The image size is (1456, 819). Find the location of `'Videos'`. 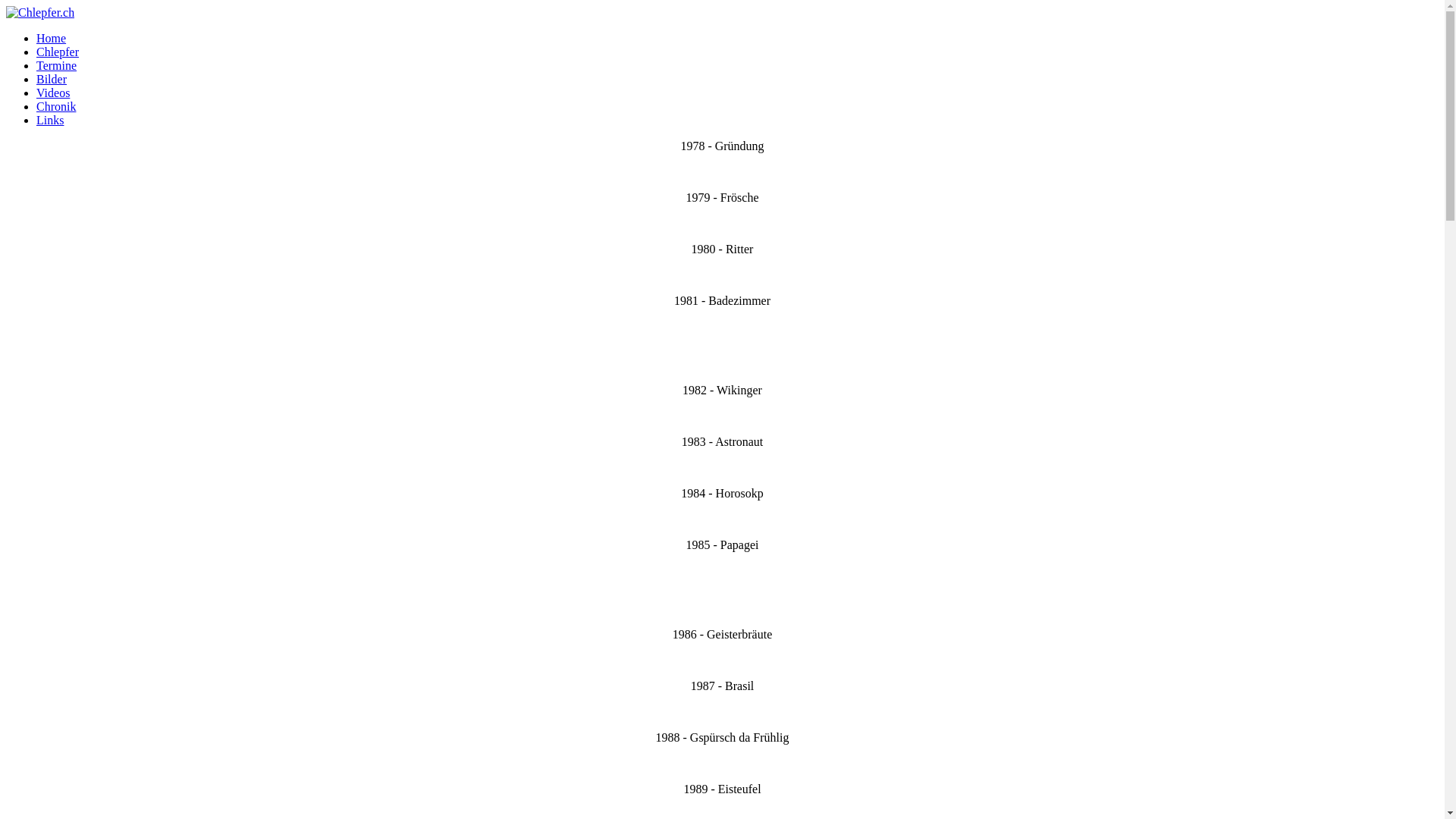

'Videos' is located at coordinates (53, 93).